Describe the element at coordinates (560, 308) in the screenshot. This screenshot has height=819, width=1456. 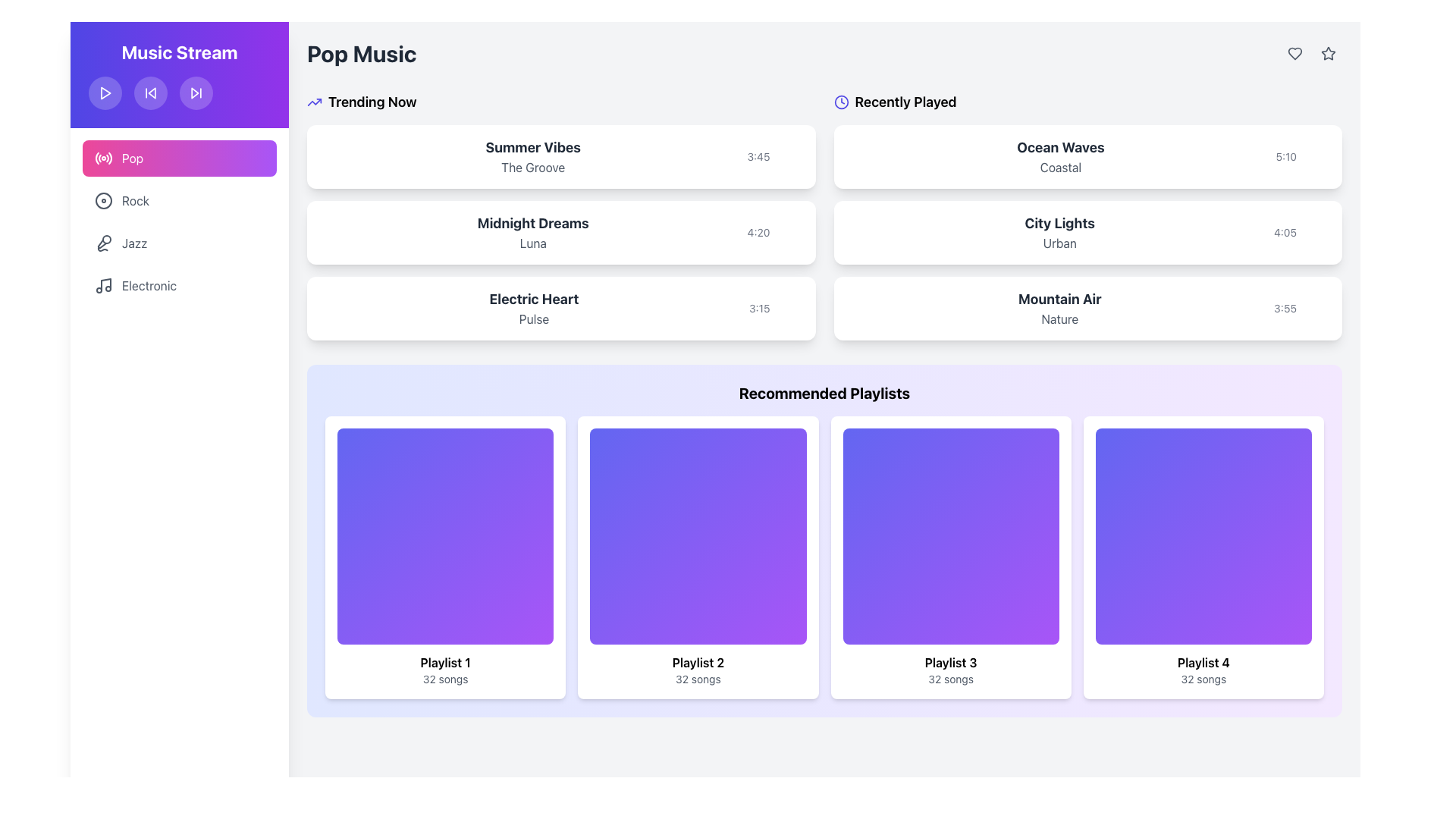
I see `the third list item under the 'Trending Now' section, which displays the title 'Electric Heart' and the duration time of 3:15` at that location.